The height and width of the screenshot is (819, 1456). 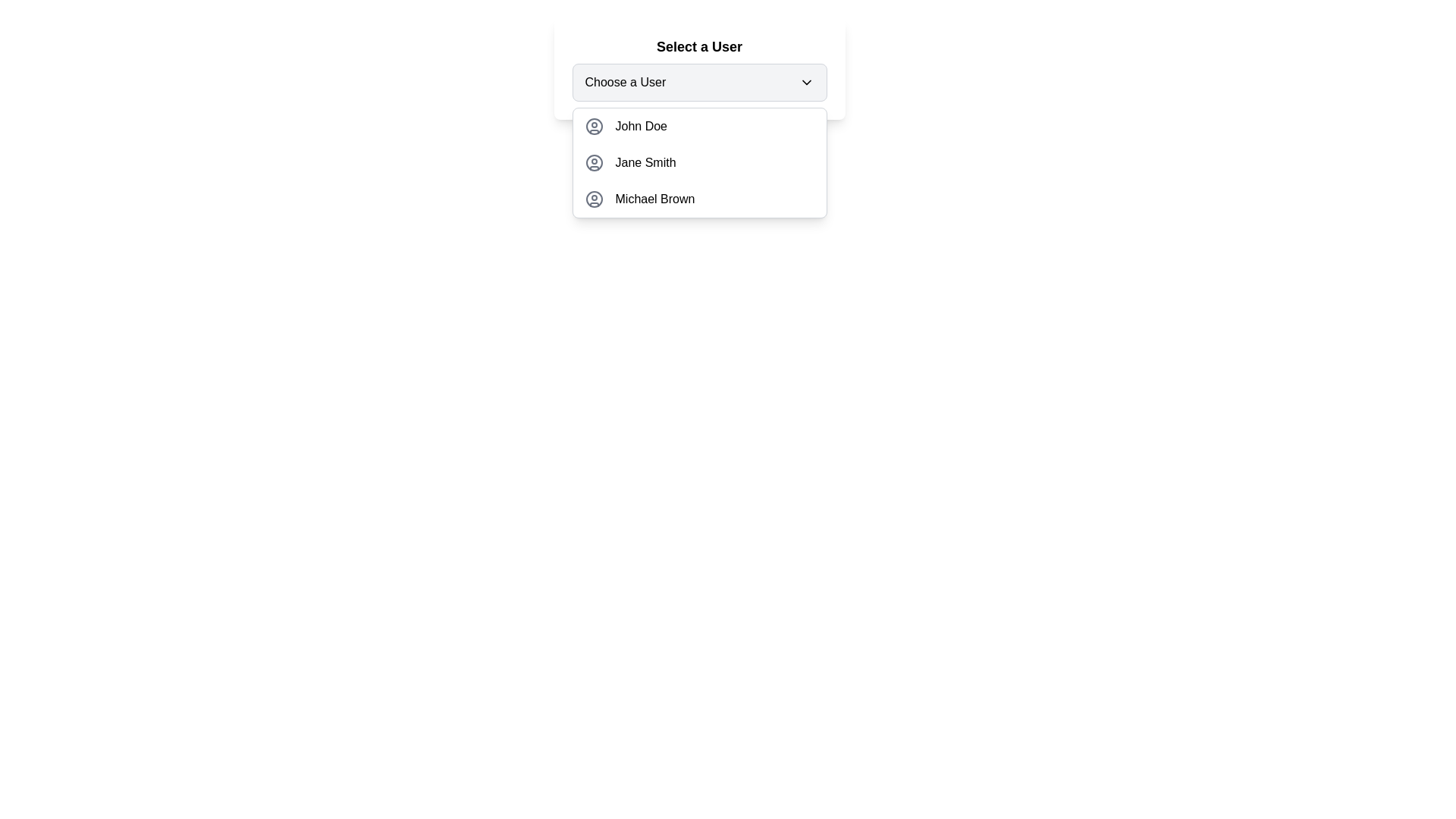 I want to click on the circular user avatar icon representing 'Michael Brown' within the dropdown menu, so click(x=593, y=198).